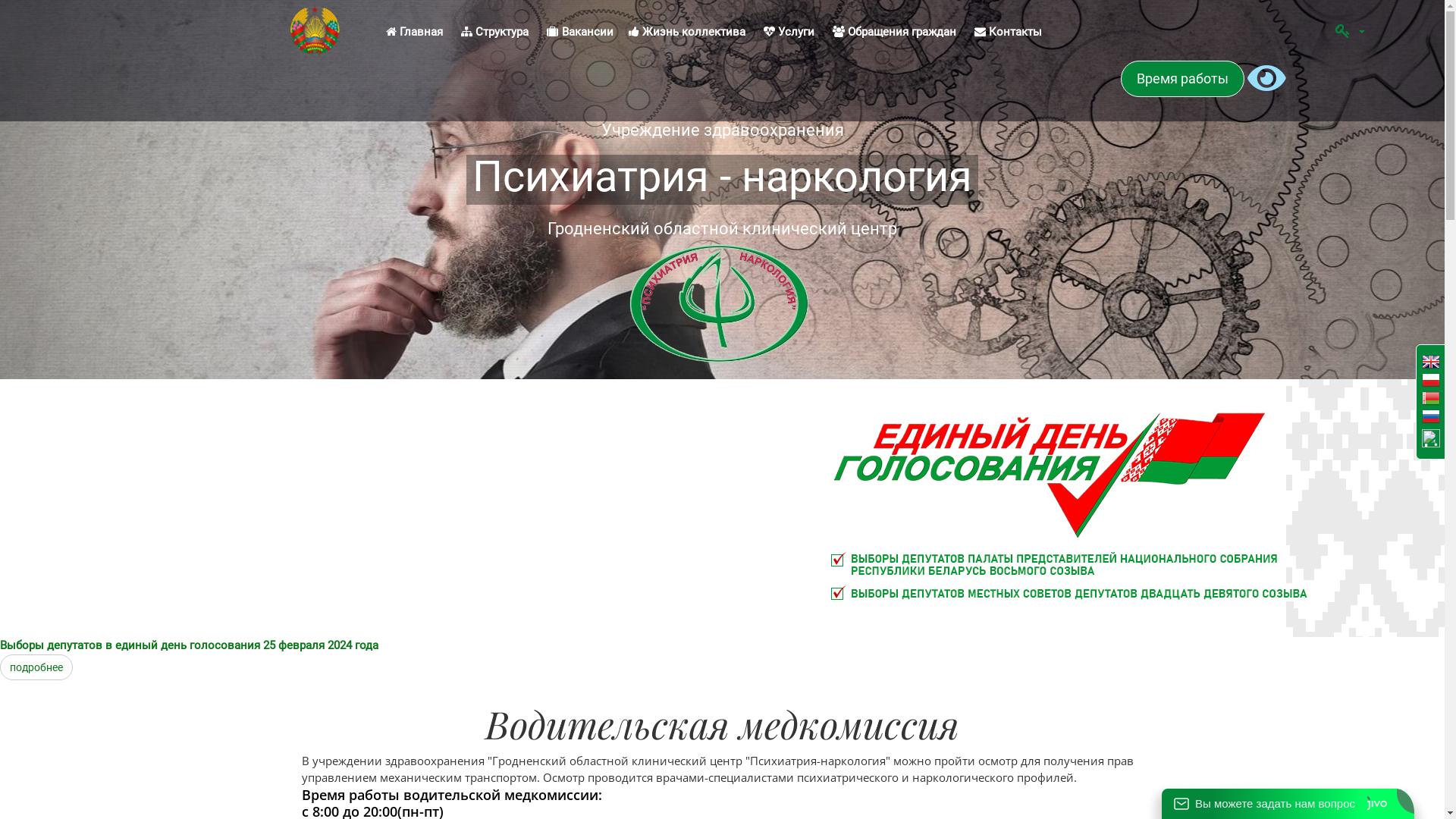  Describe the element at coordinates (1429, 436) in the screenshot. I see `'Lithuanian'` at that location.